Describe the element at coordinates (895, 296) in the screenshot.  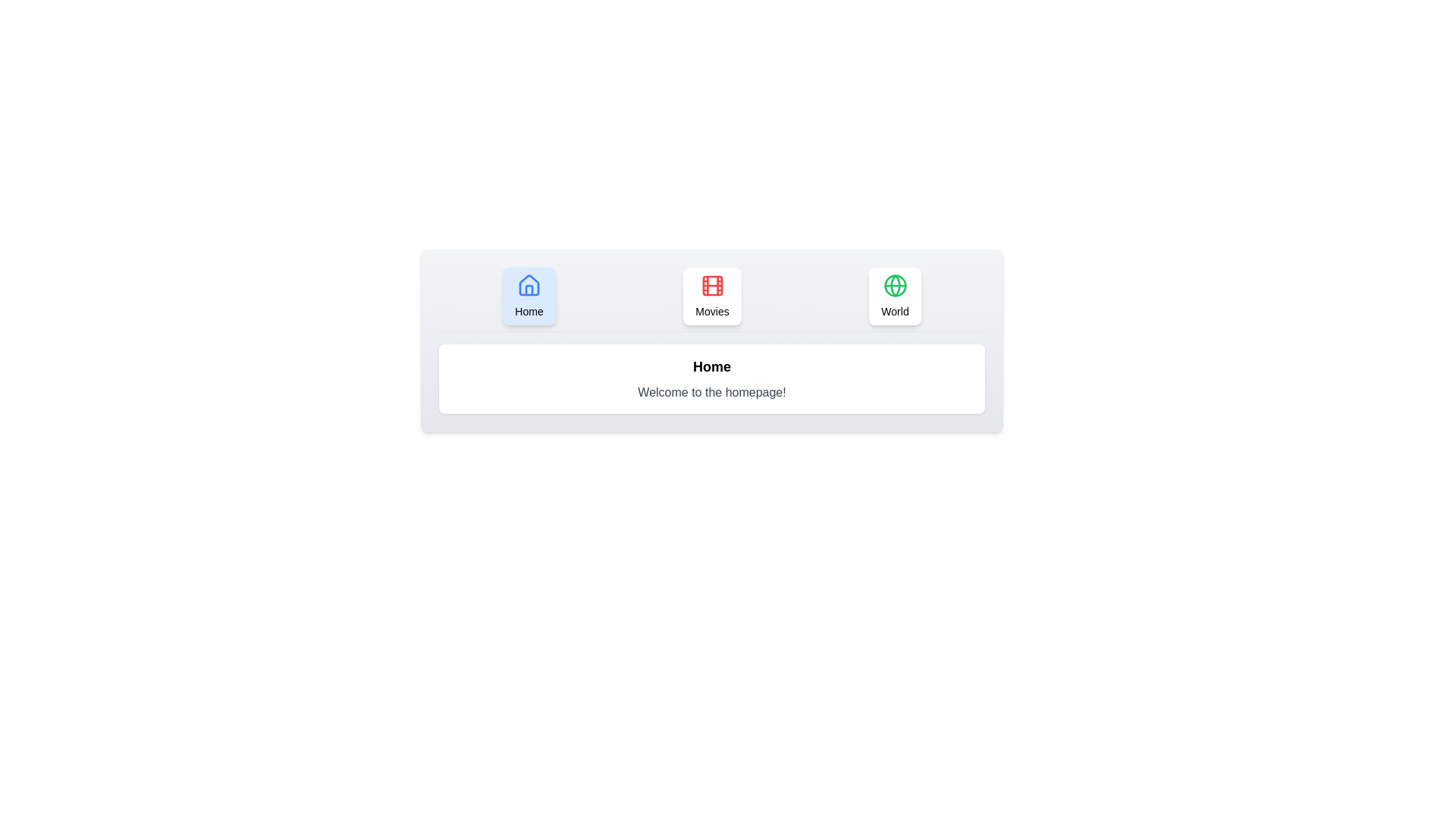
I see `the tab labeled World to view its content` at that location.